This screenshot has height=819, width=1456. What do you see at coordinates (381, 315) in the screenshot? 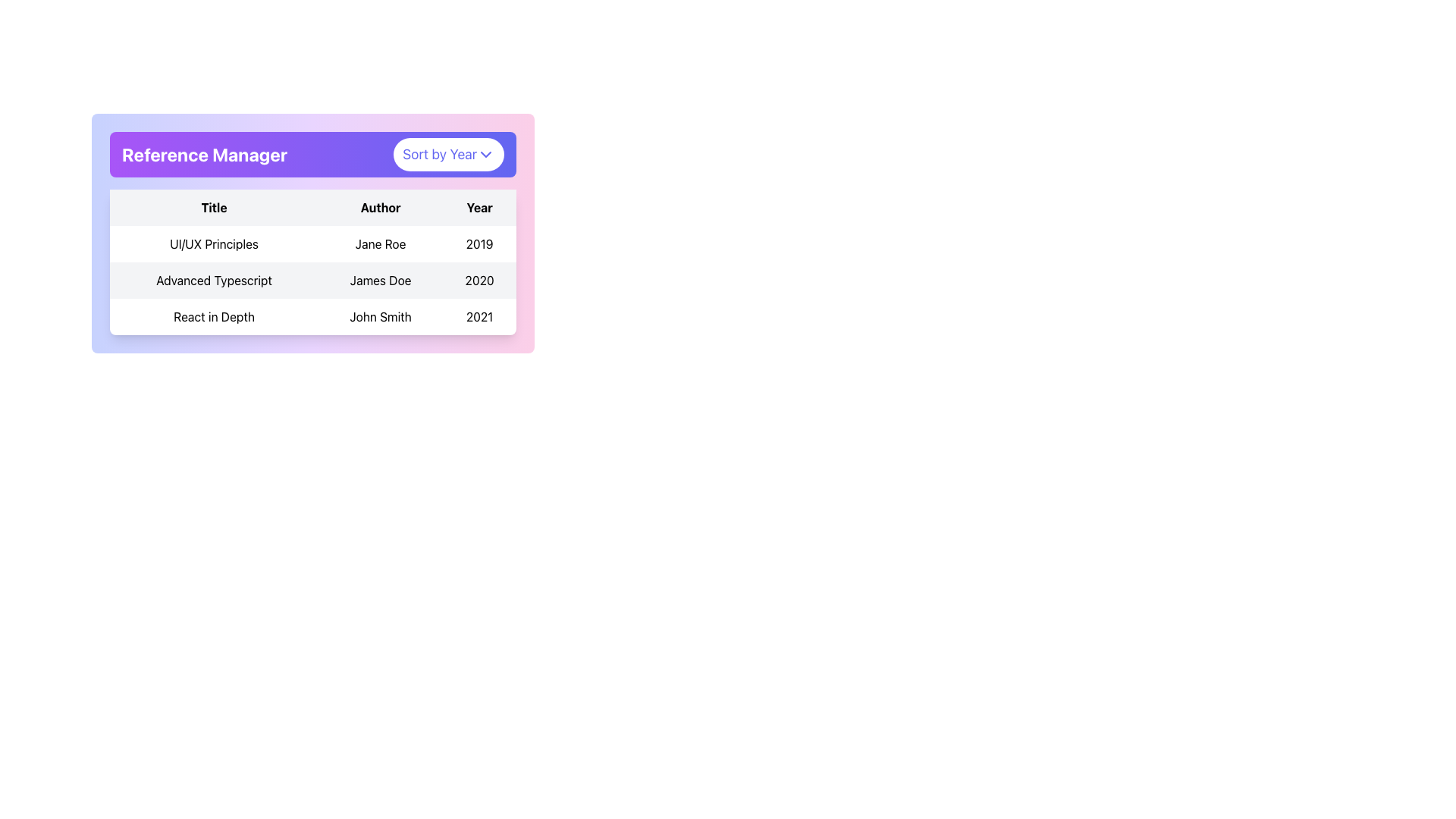
I see `the text label displaying the name 'John Smith' located in the 'Author' column of the 'React in Depth' row for reading` at bounding box center [381, 315].